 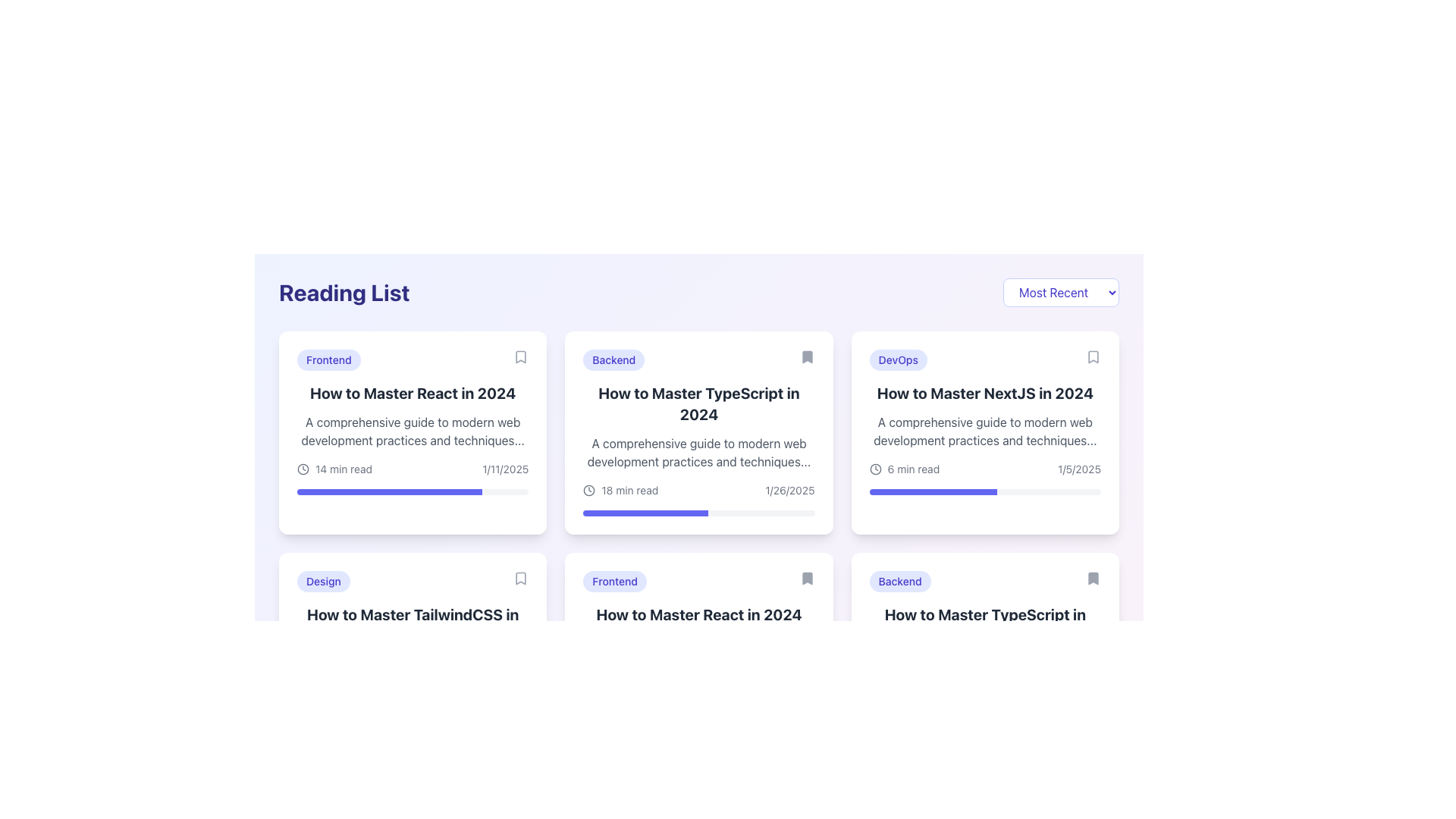 I want to click on the 'Backend' section header label, so click(x=698, y=359).